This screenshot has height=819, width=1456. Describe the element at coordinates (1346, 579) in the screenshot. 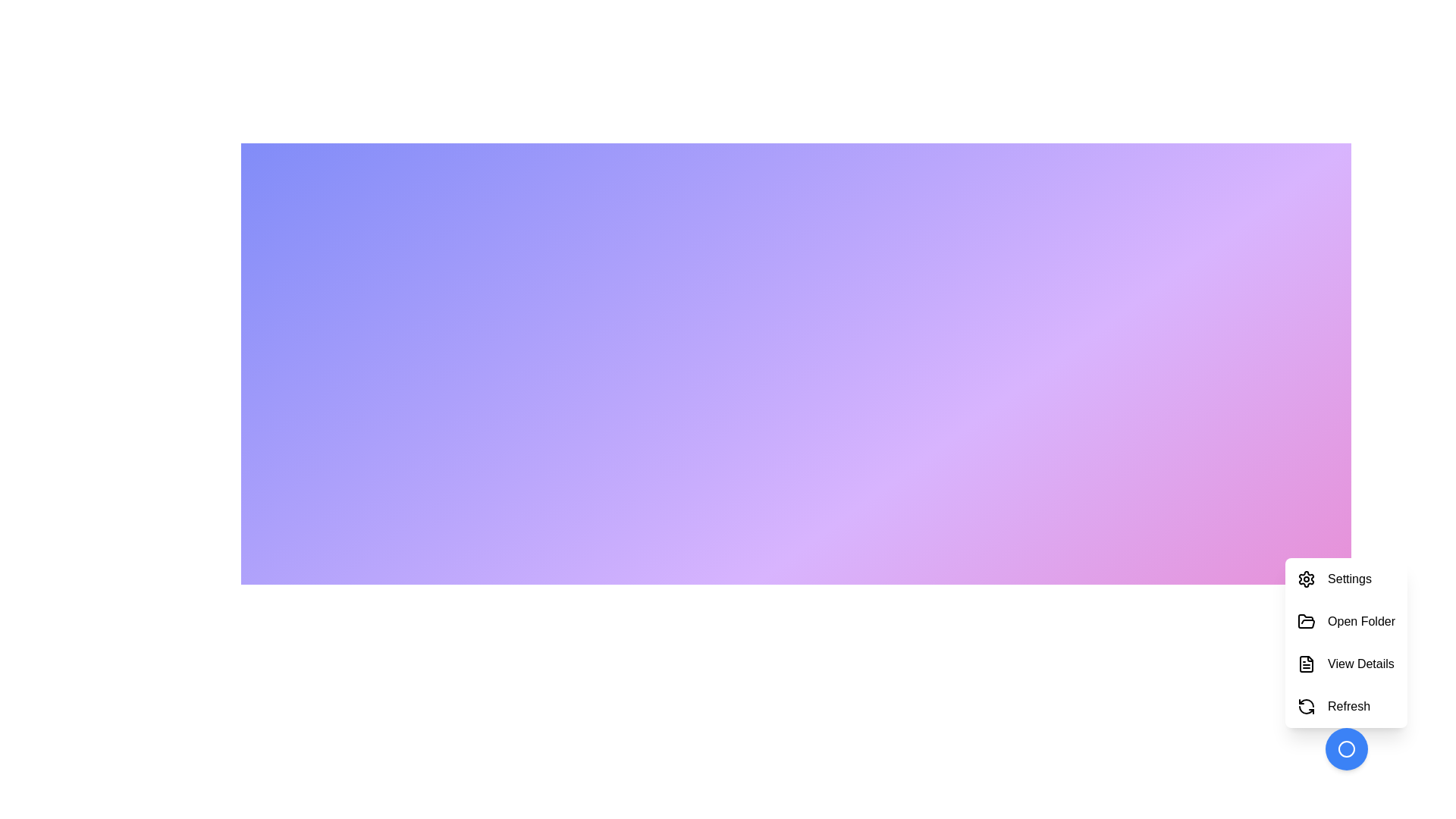

I see `the menu item labeled Settings` at that location.